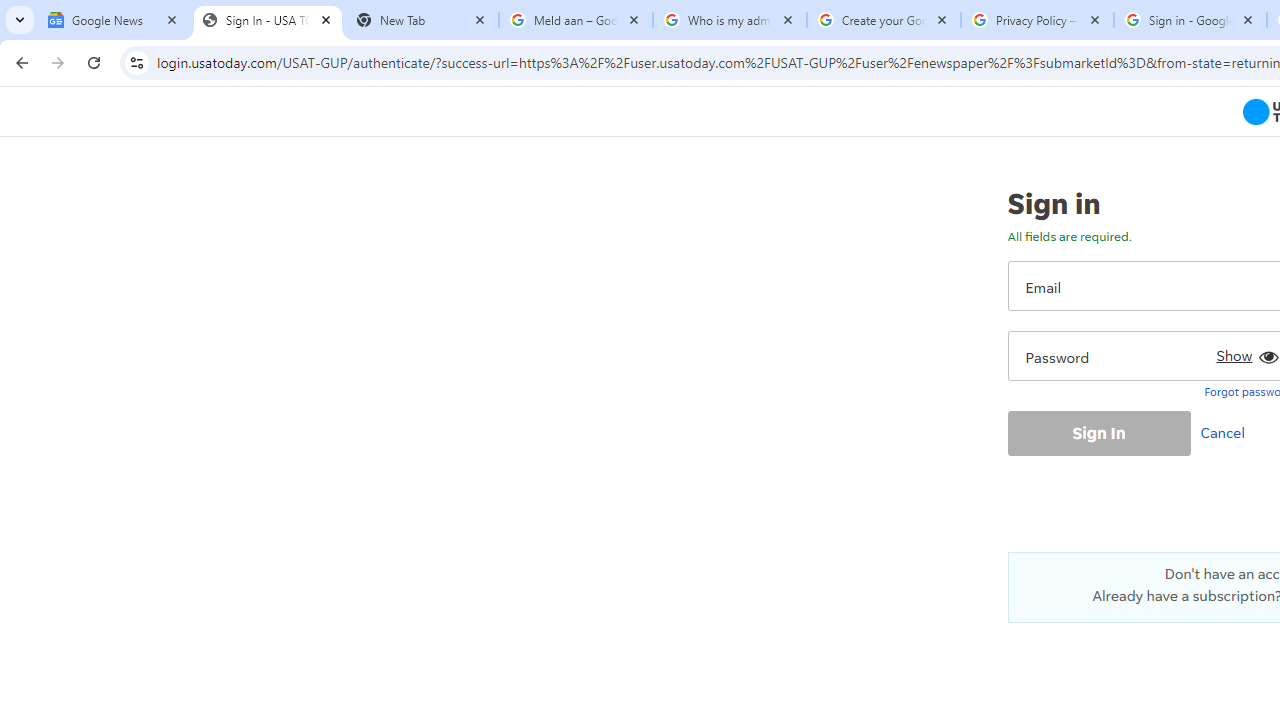  I want to click on 'Reload', so click(93, 61).